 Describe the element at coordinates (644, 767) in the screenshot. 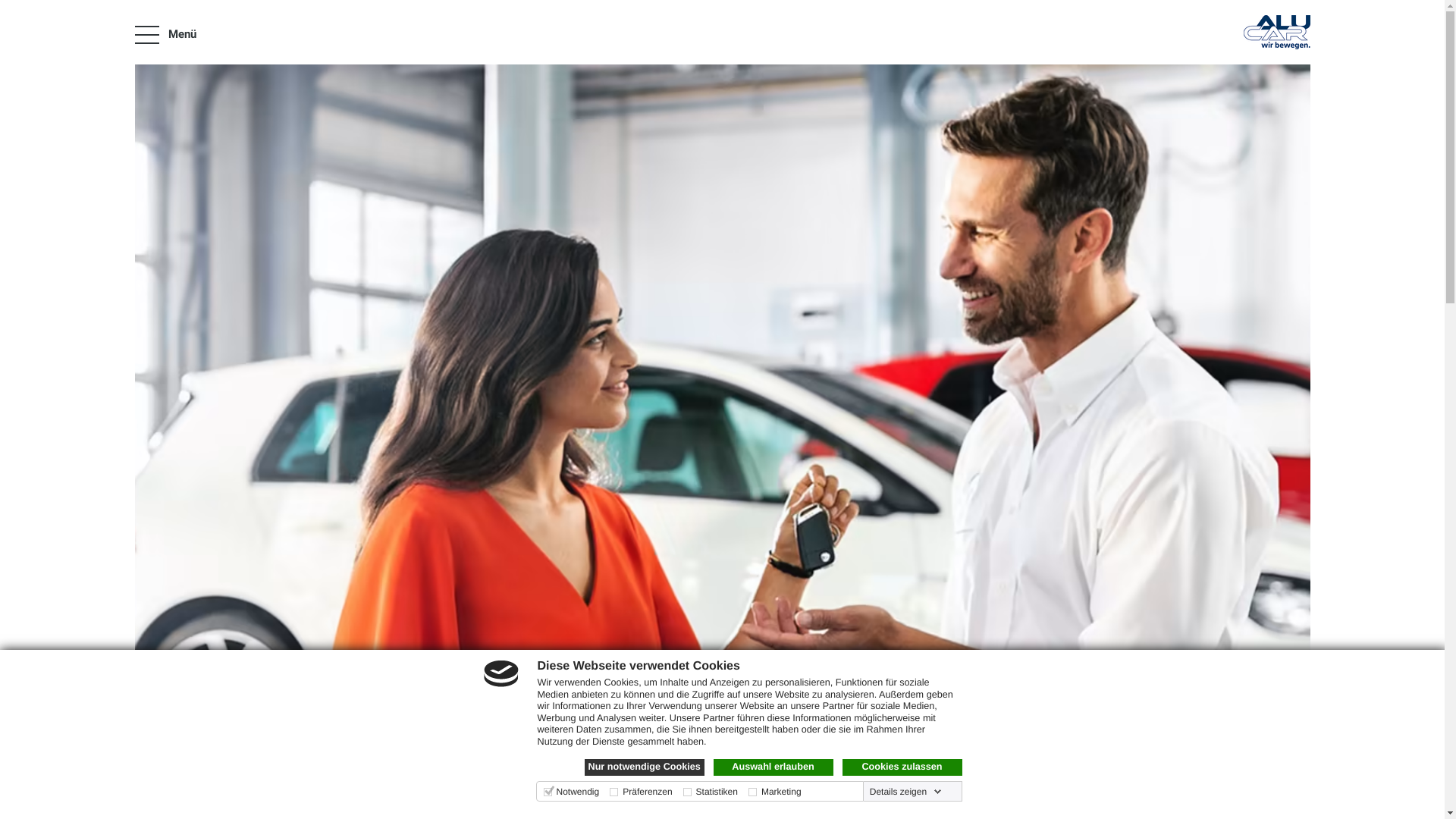

I see `'Nur notwendige Cookies'` at that location.